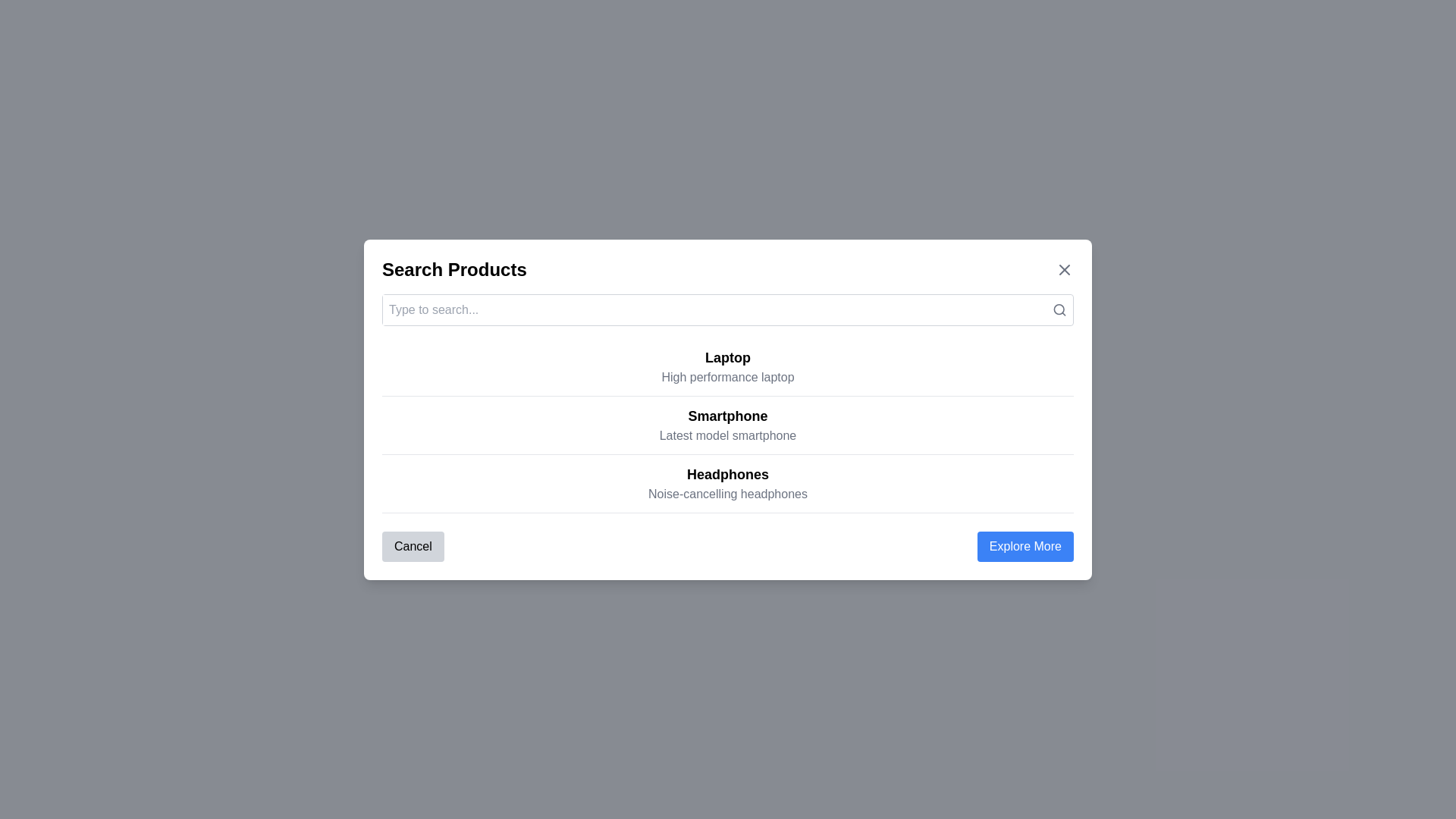 Image resolution: width=1456 pixels, height=819 pixels. Describe the element at coordinates (1025, 546) in the screenshot. I see `the button located in the bottom-right corner of the dialog box, to the right of the 'Cancel' button` at that location.